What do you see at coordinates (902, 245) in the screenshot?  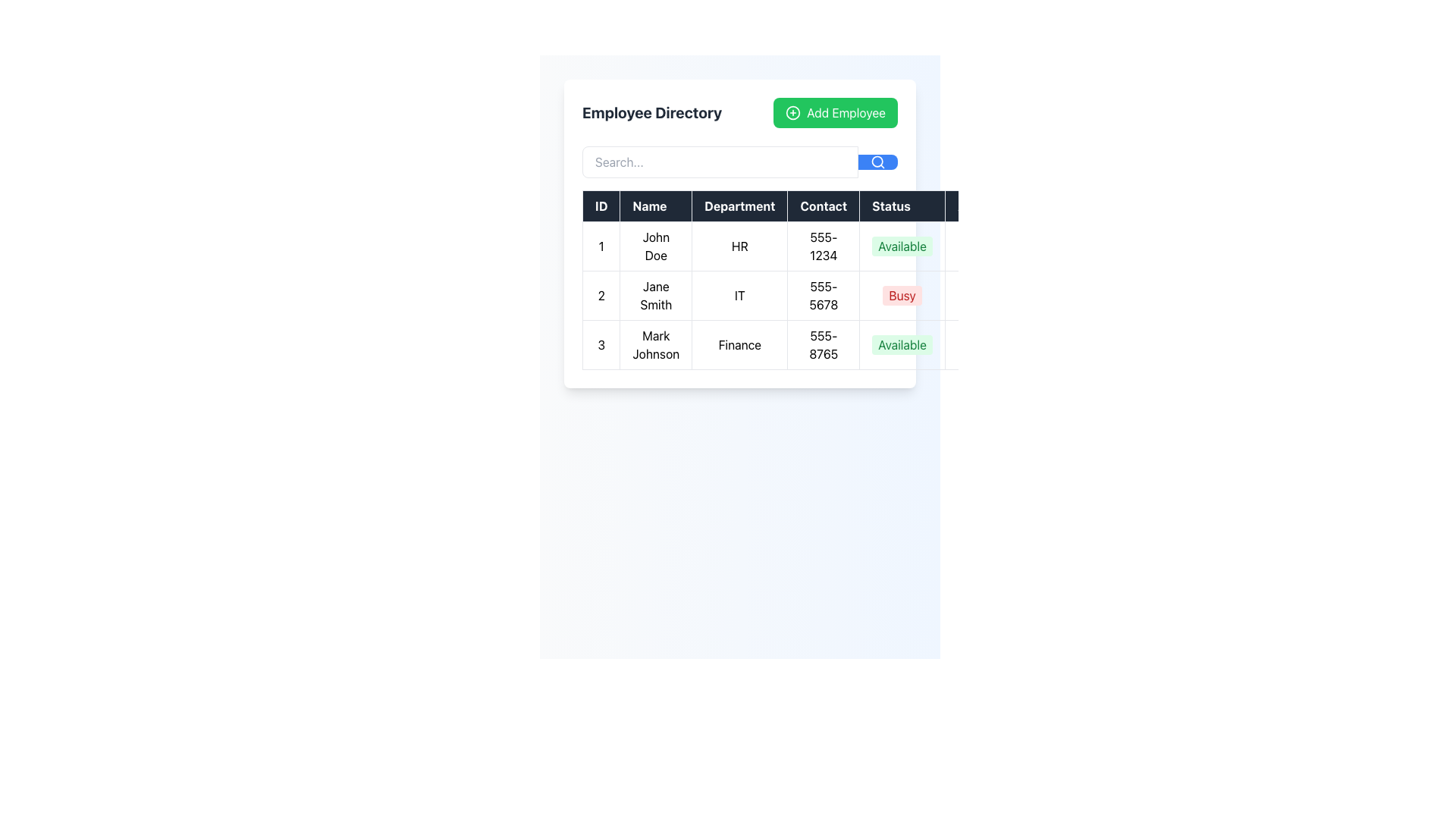 I see `the Text Indicator labeled 'Available', which is a light green rectangular status indicator in the rightmost column of the table under the 'Status' header` at bounding box center [902, 245].